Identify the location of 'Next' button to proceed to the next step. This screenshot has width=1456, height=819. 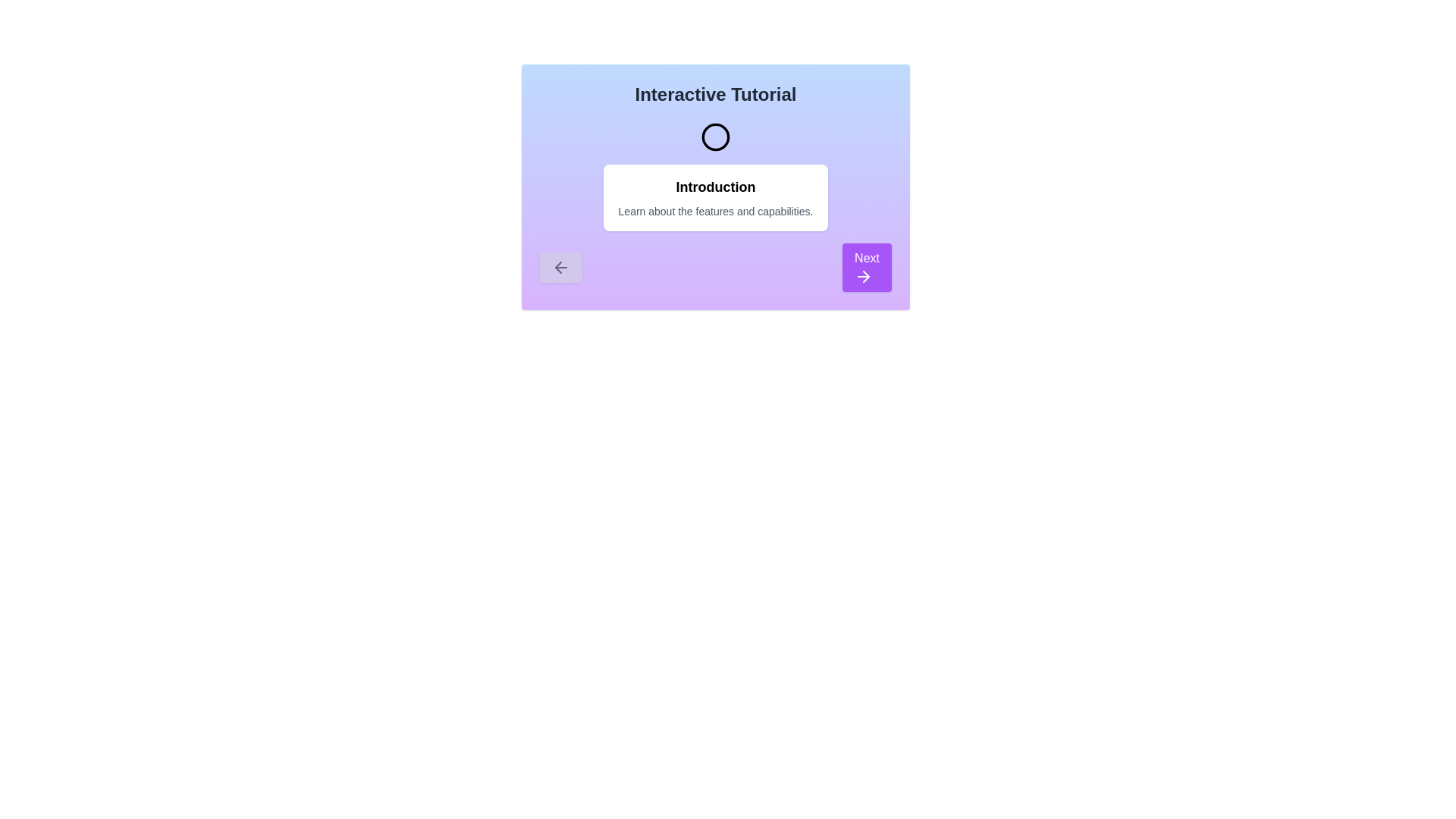
(867, 267).